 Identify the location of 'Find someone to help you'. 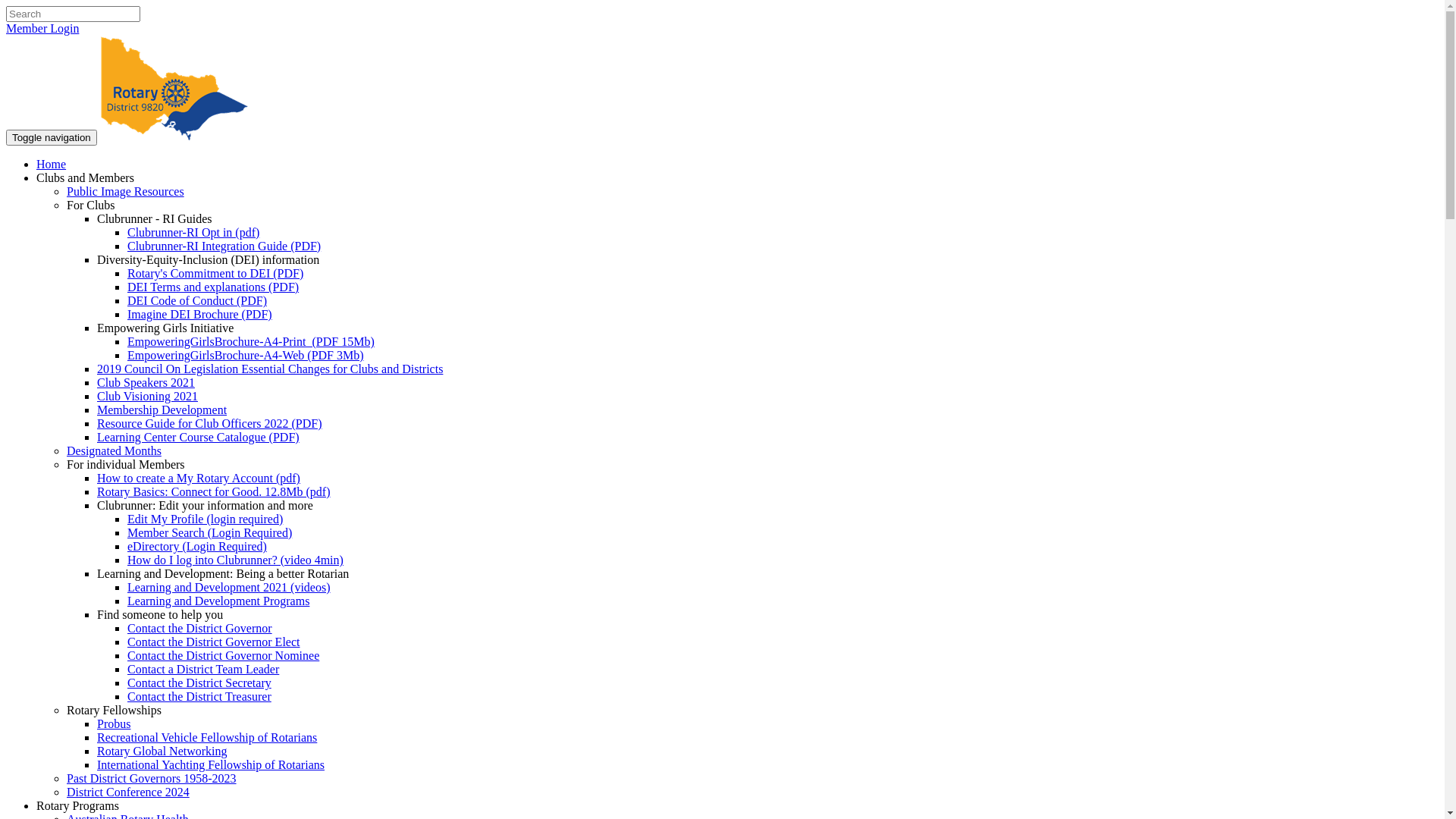
(160, 614).